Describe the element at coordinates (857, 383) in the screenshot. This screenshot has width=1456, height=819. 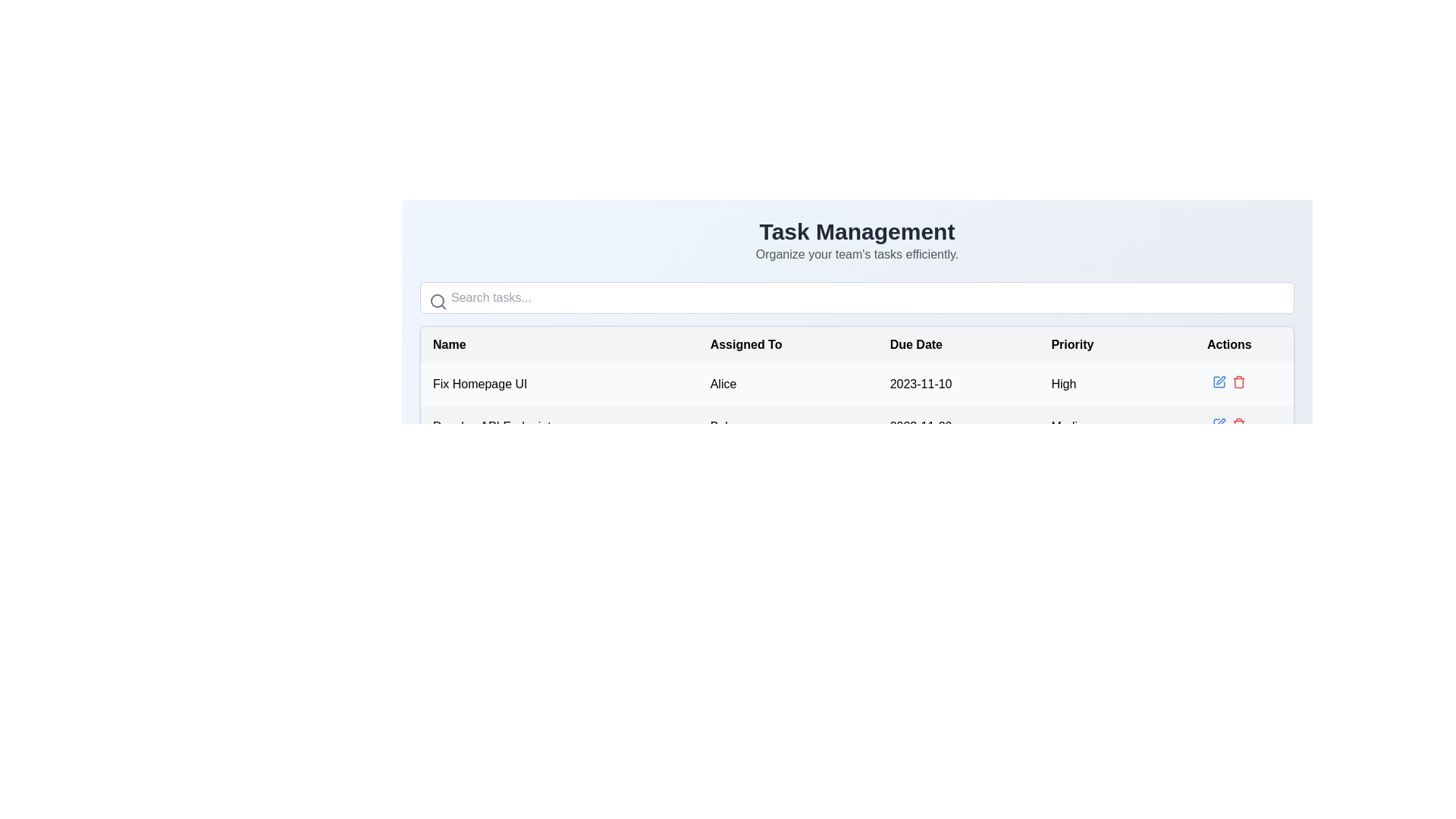
I see `the first row of the task management table displaying task 'Fix Homepage UI', assigned to 'Alice', due on '2023-11-10', with priority 'High'` at that location.